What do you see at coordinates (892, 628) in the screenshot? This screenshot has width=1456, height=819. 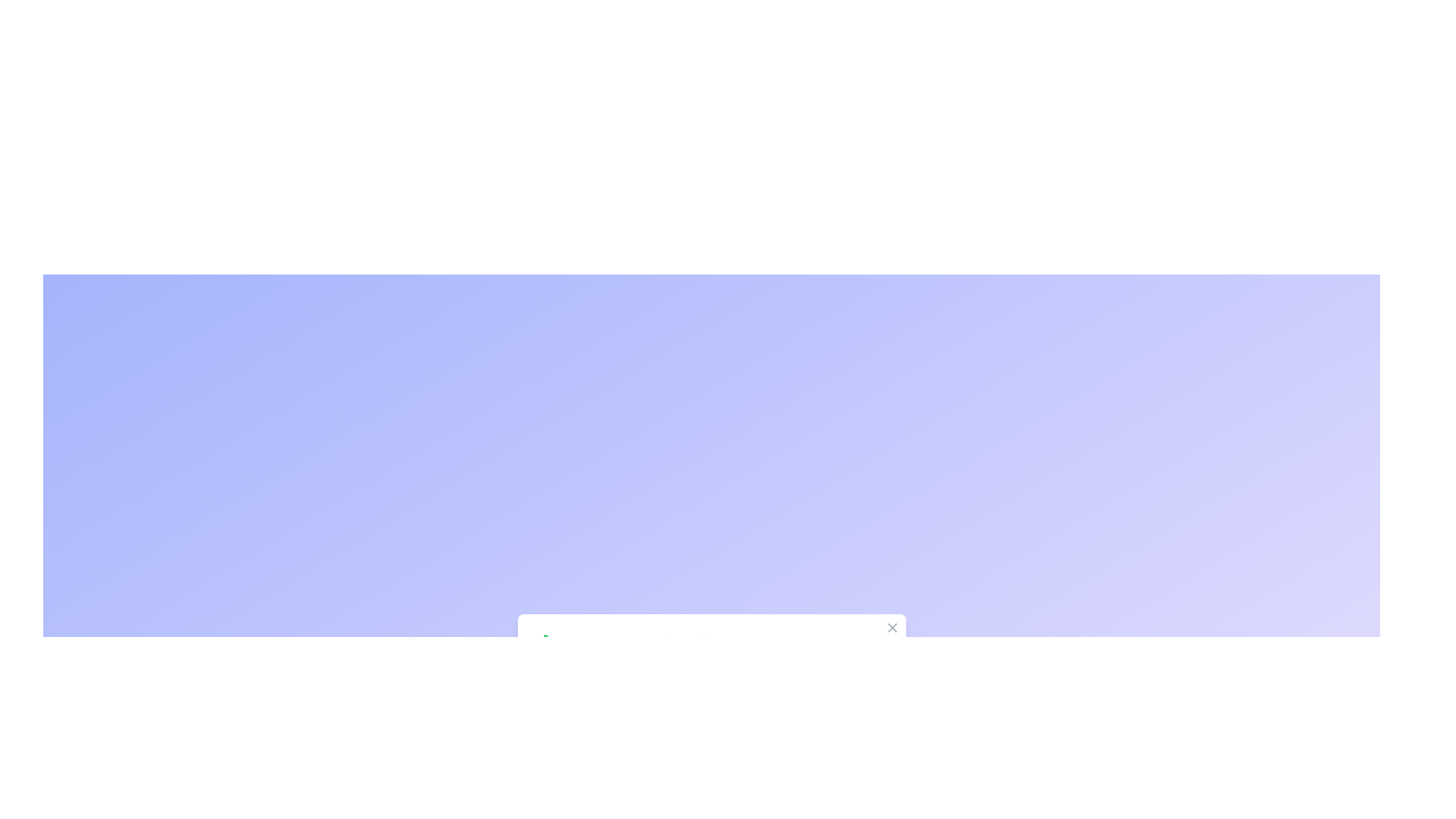 I see `the Cross Icon located at the far-right end of the bottom section` at bounding box center [892, 628].